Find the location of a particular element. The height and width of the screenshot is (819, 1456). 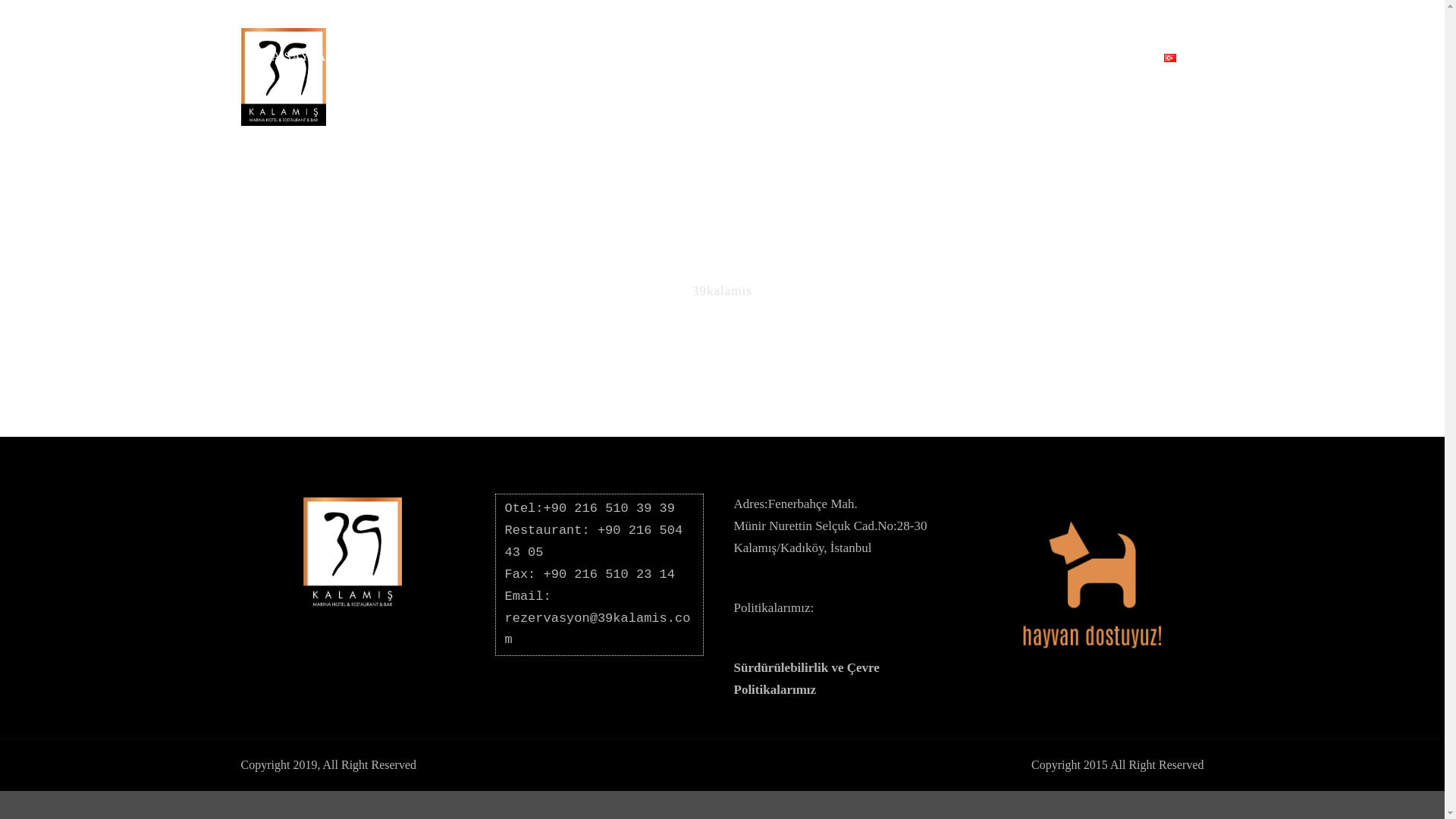

'39 DENEYIM' is located at coordinates (1005, 65).